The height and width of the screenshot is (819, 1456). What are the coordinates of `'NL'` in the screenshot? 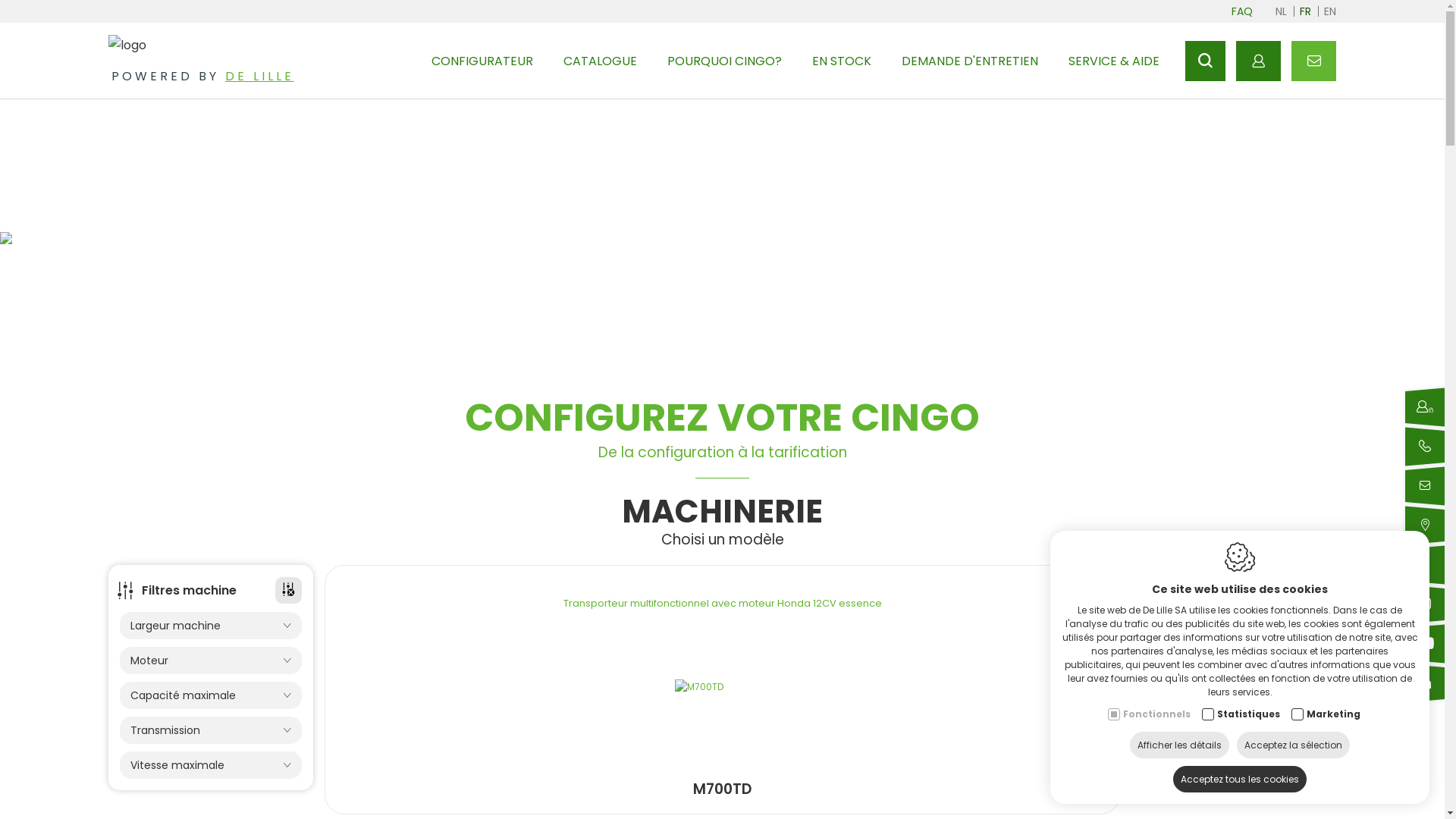 It's located at (1274, 11).